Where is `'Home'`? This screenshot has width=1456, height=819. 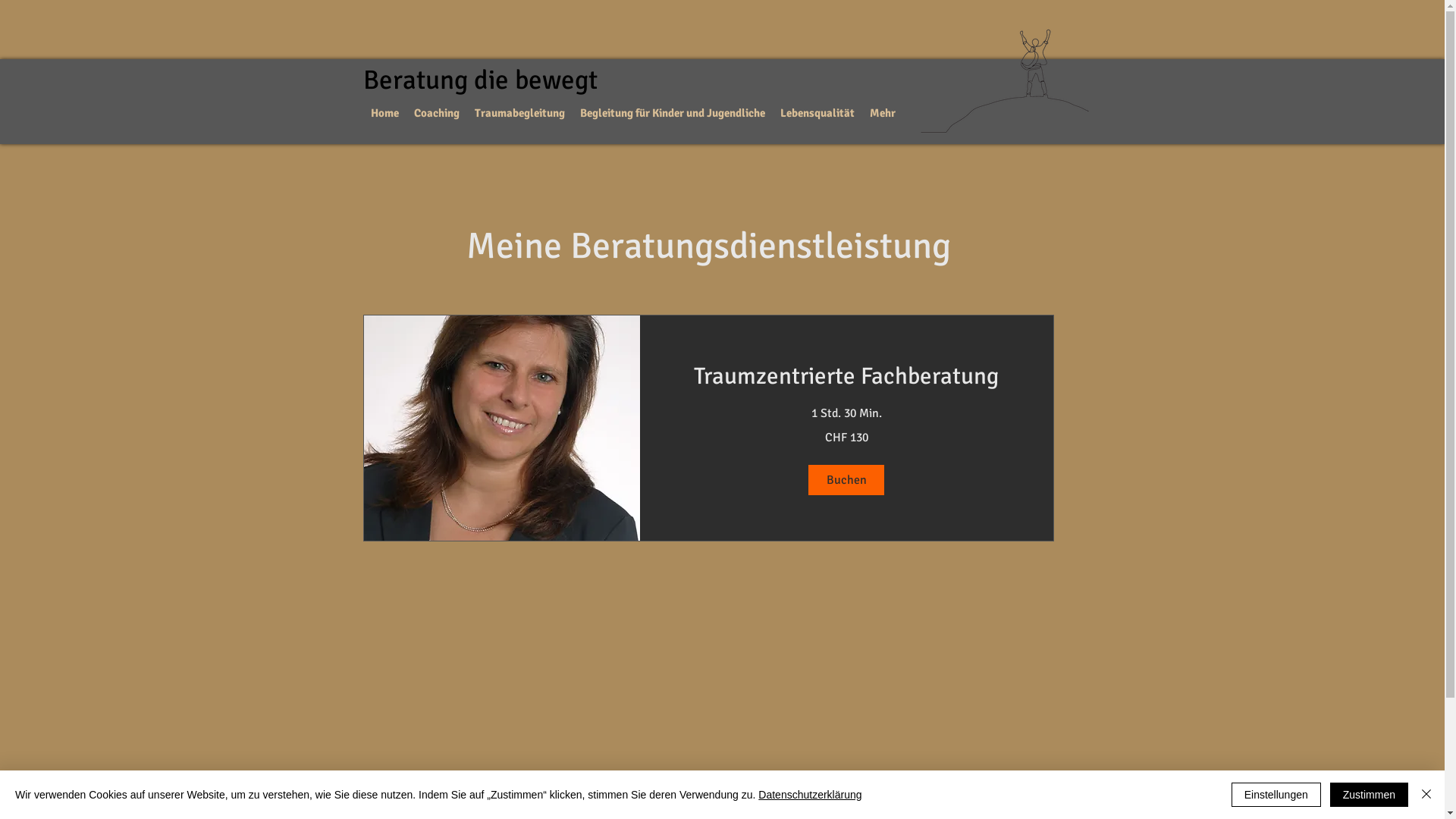 'Home' is located at coordinates (384, 112).